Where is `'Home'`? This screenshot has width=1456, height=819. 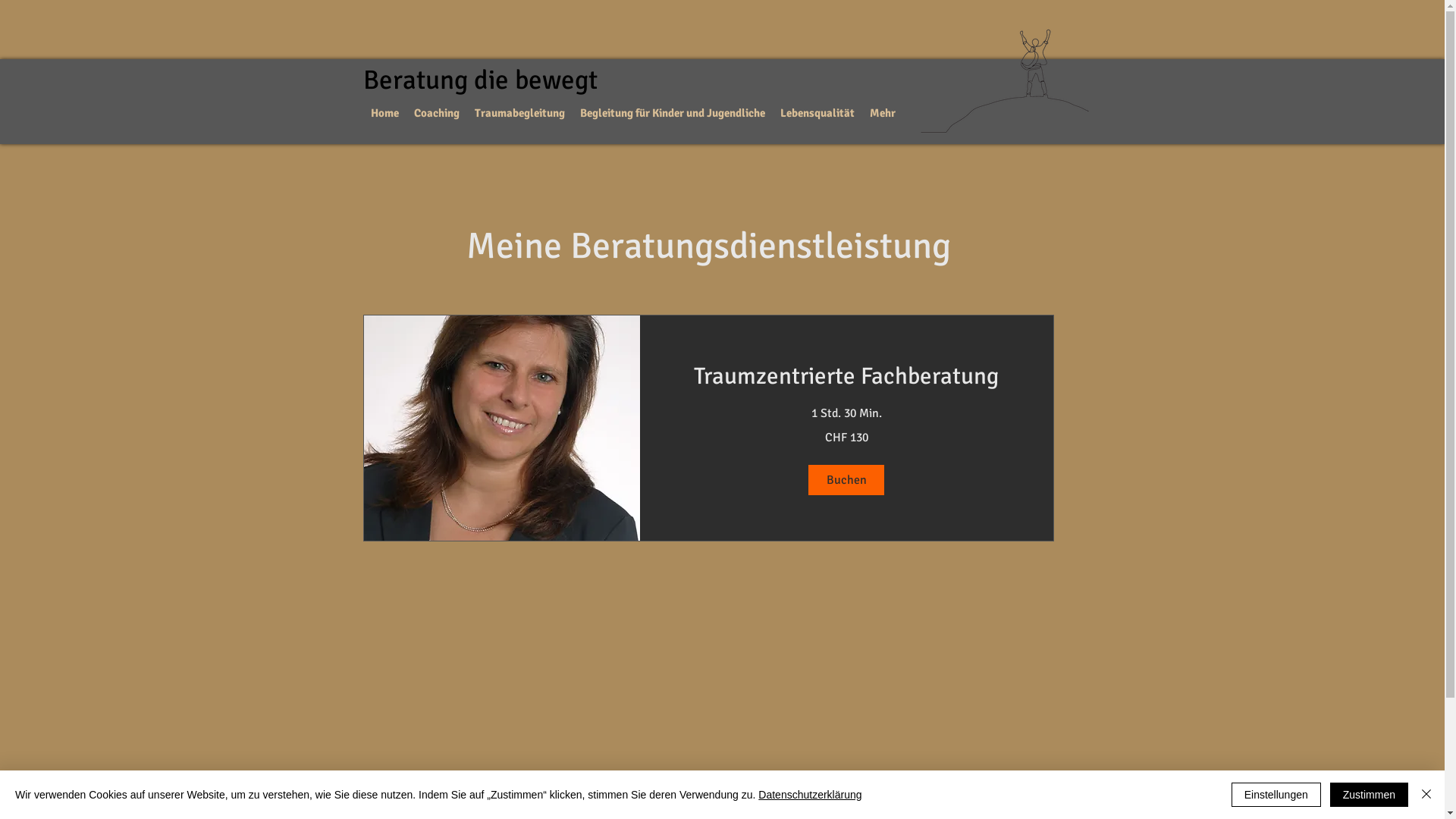 'Home' is located at coordinates (384, 112).